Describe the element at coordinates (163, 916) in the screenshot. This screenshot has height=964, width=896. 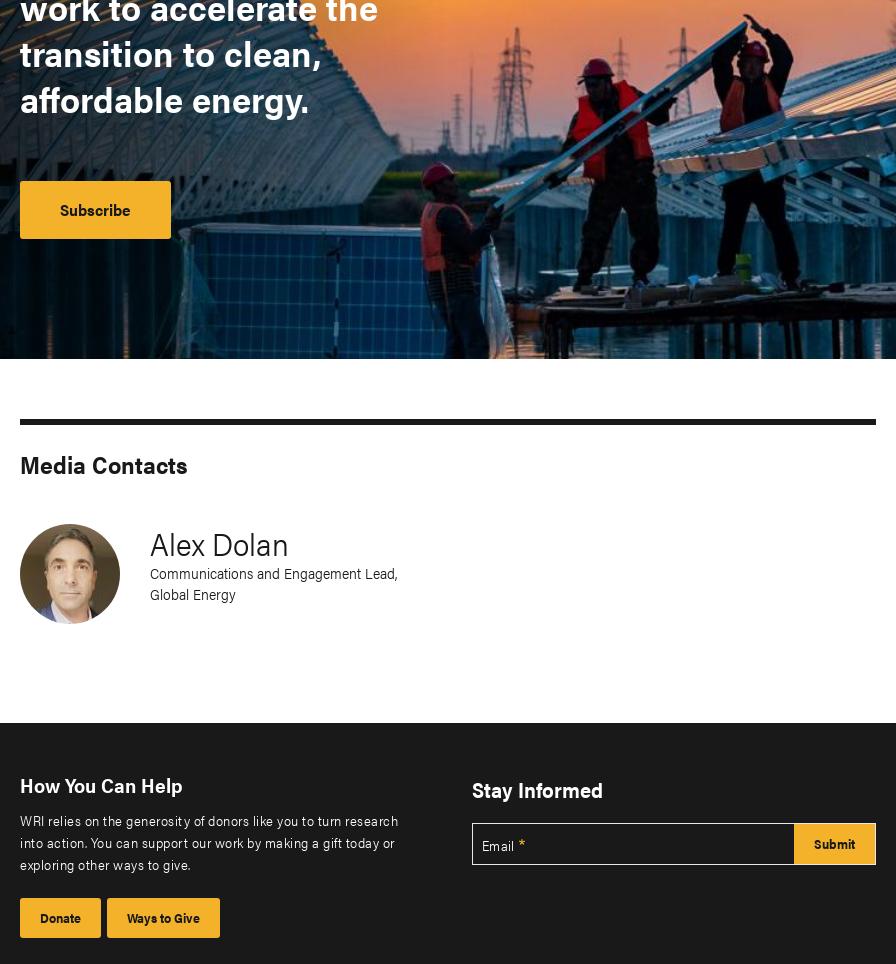
I see `'Ways to Give'` at that location.